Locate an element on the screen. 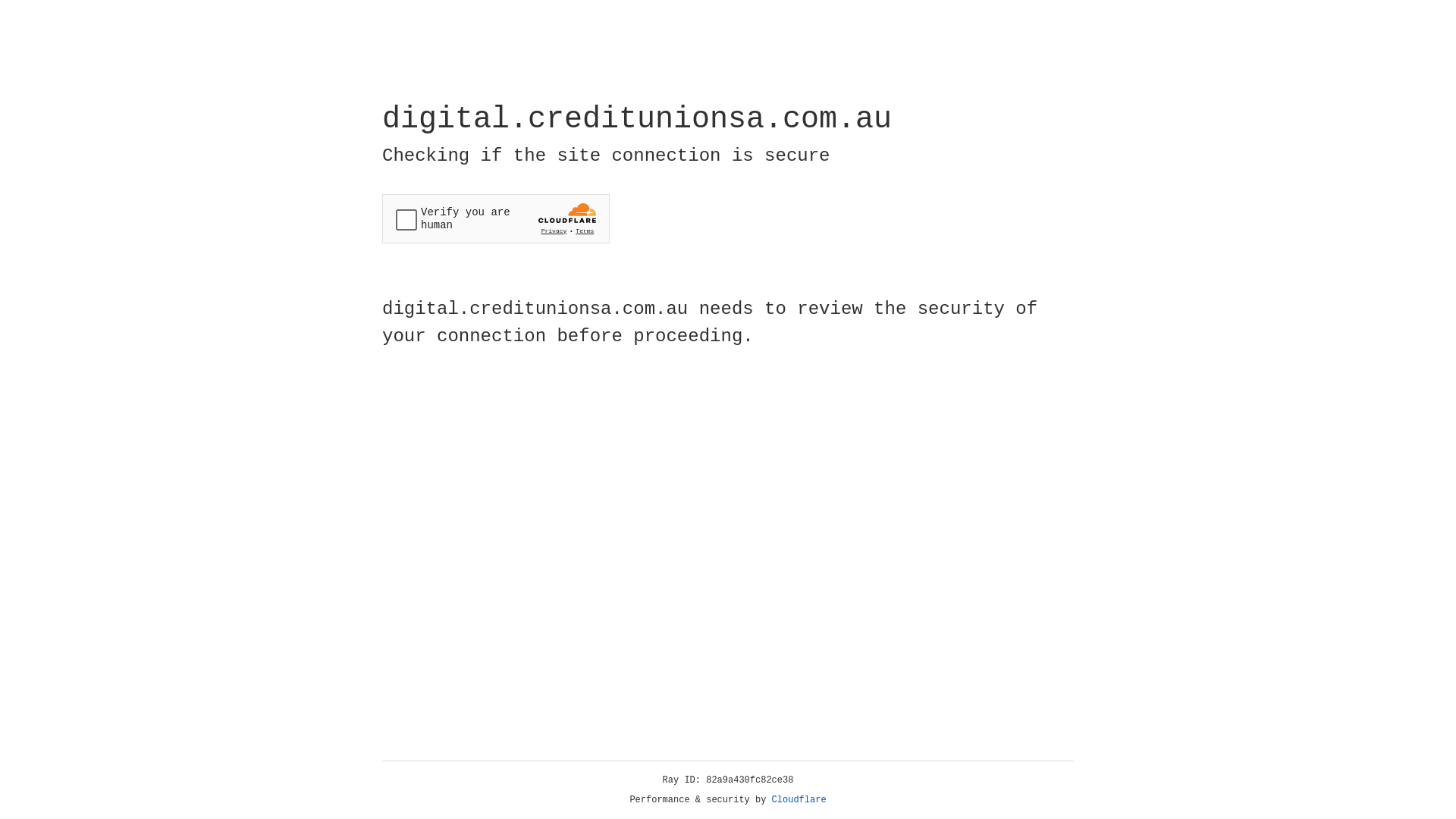 The height and width of the screenshot is (819, 1456). 'Cloudflare' is located at coordinates (799, 799).